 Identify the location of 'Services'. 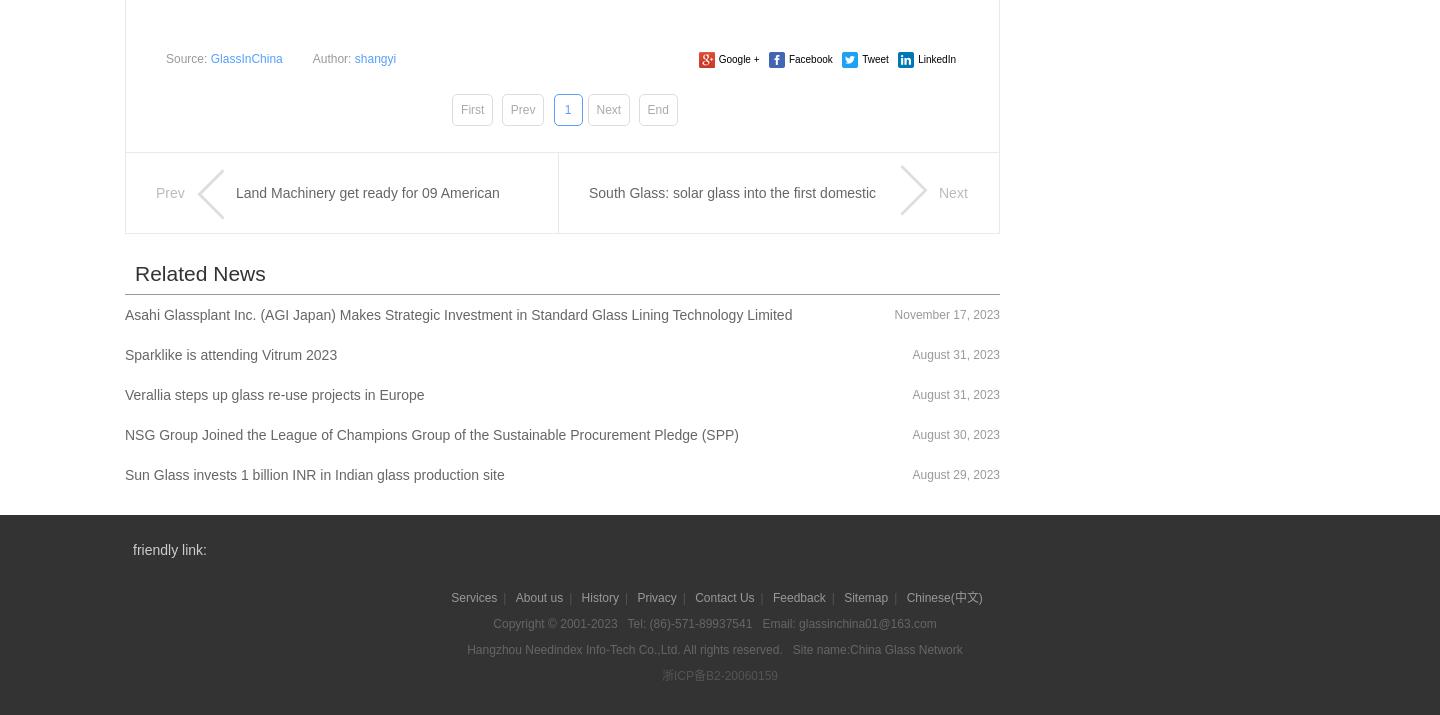
(474, 596).